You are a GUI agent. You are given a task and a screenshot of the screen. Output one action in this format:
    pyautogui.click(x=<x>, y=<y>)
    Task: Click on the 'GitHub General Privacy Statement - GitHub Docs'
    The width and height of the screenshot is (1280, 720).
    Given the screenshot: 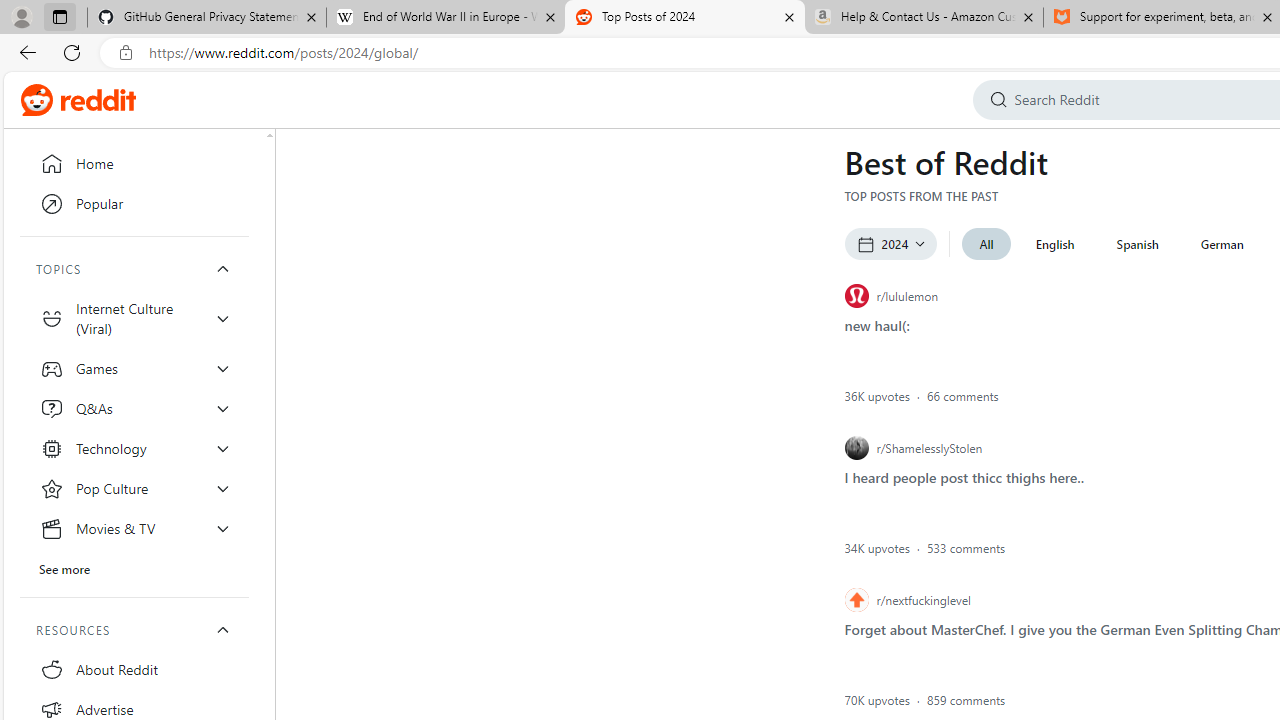 What is the action you would take?
    pyautogui.click(x=207, y=17)
    